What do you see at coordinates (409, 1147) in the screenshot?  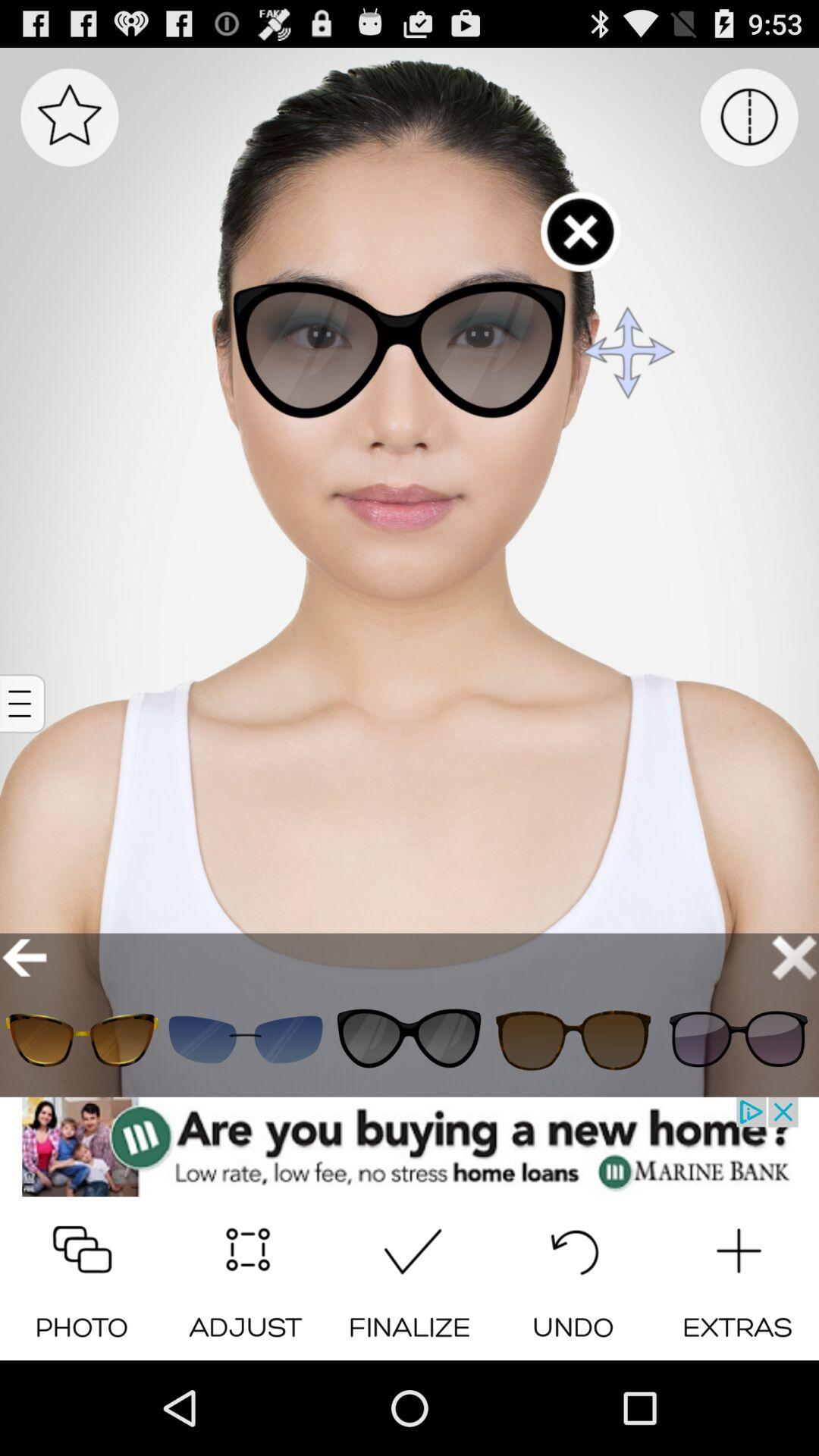 I see `open an advertisements` at bounding box center [409, 1147].